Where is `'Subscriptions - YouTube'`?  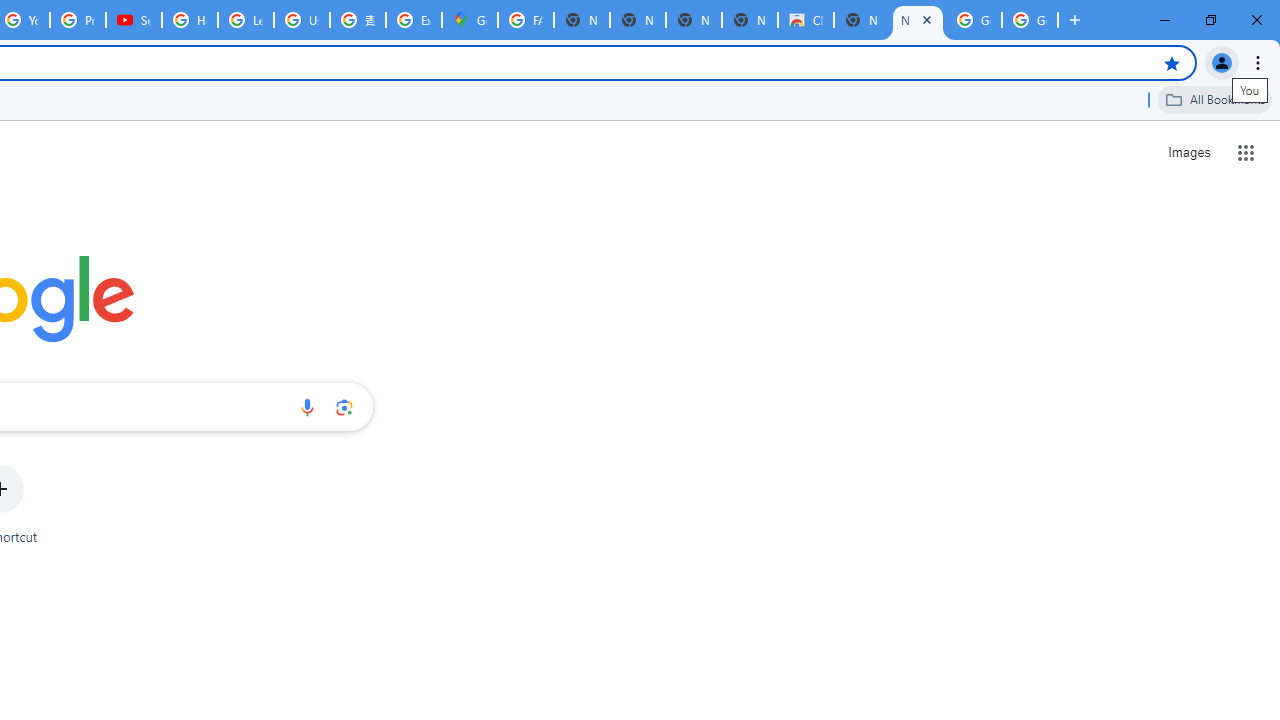 'Subscriptions - YouTube' is located at coordinates (133, 20).